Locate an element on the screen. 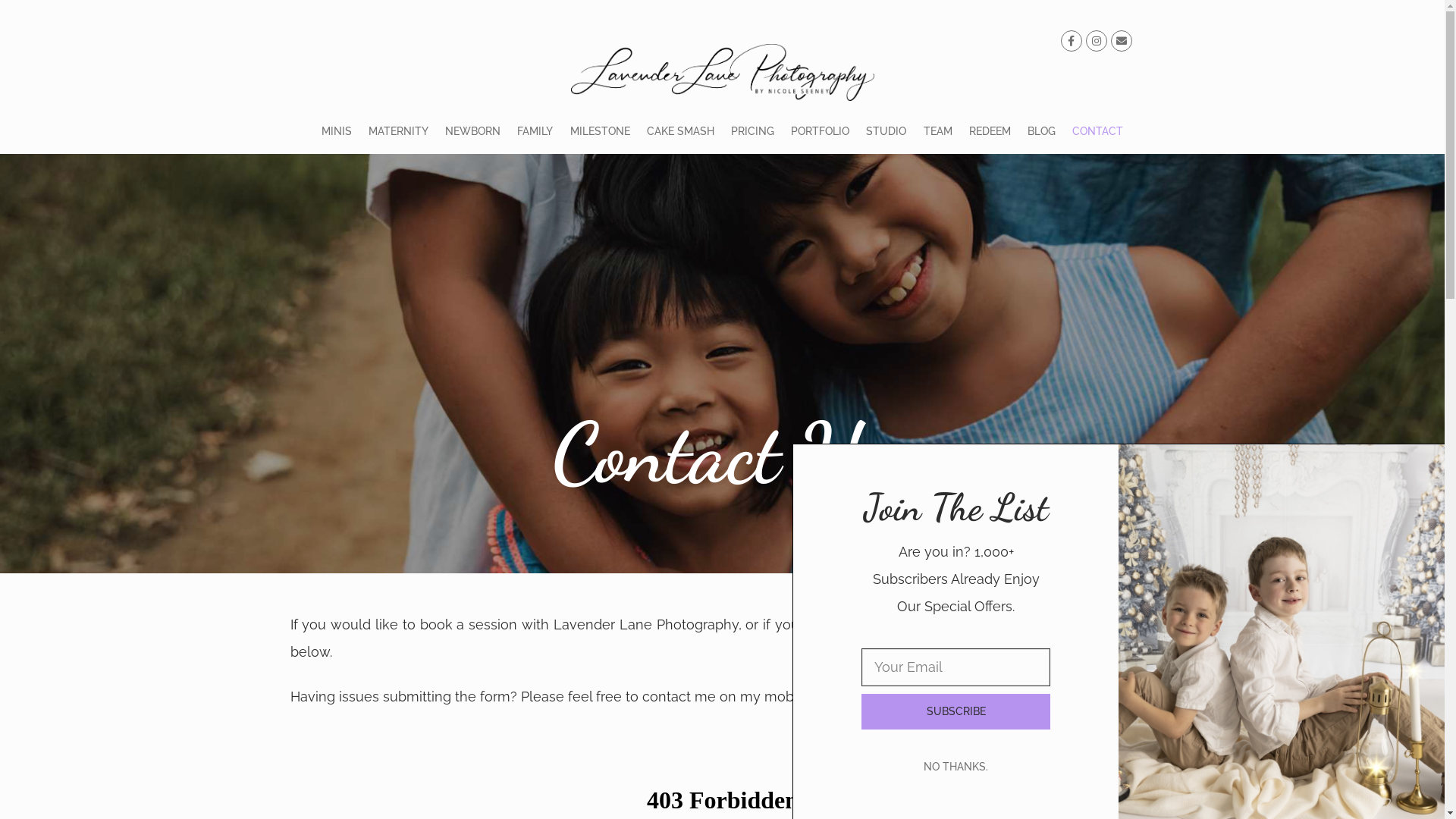 The width and height of the screenshot is (1456, 819). 'MINIS' is located at coordinates (334, 130).